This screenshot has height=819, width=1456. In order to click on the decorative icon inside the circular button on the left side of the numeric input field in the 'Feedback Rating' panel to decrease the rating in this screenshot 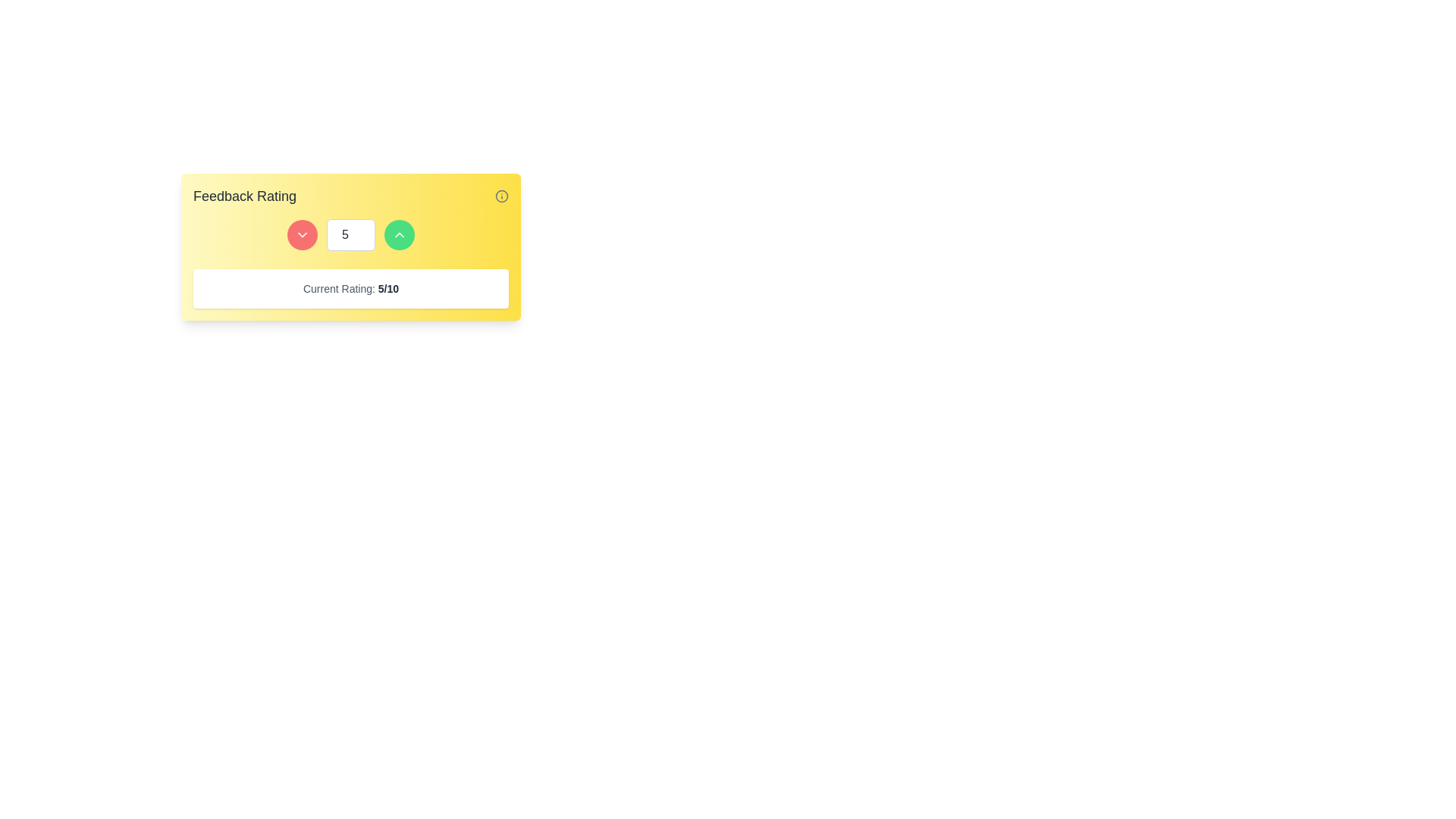, I will do `click(302, 234)`.